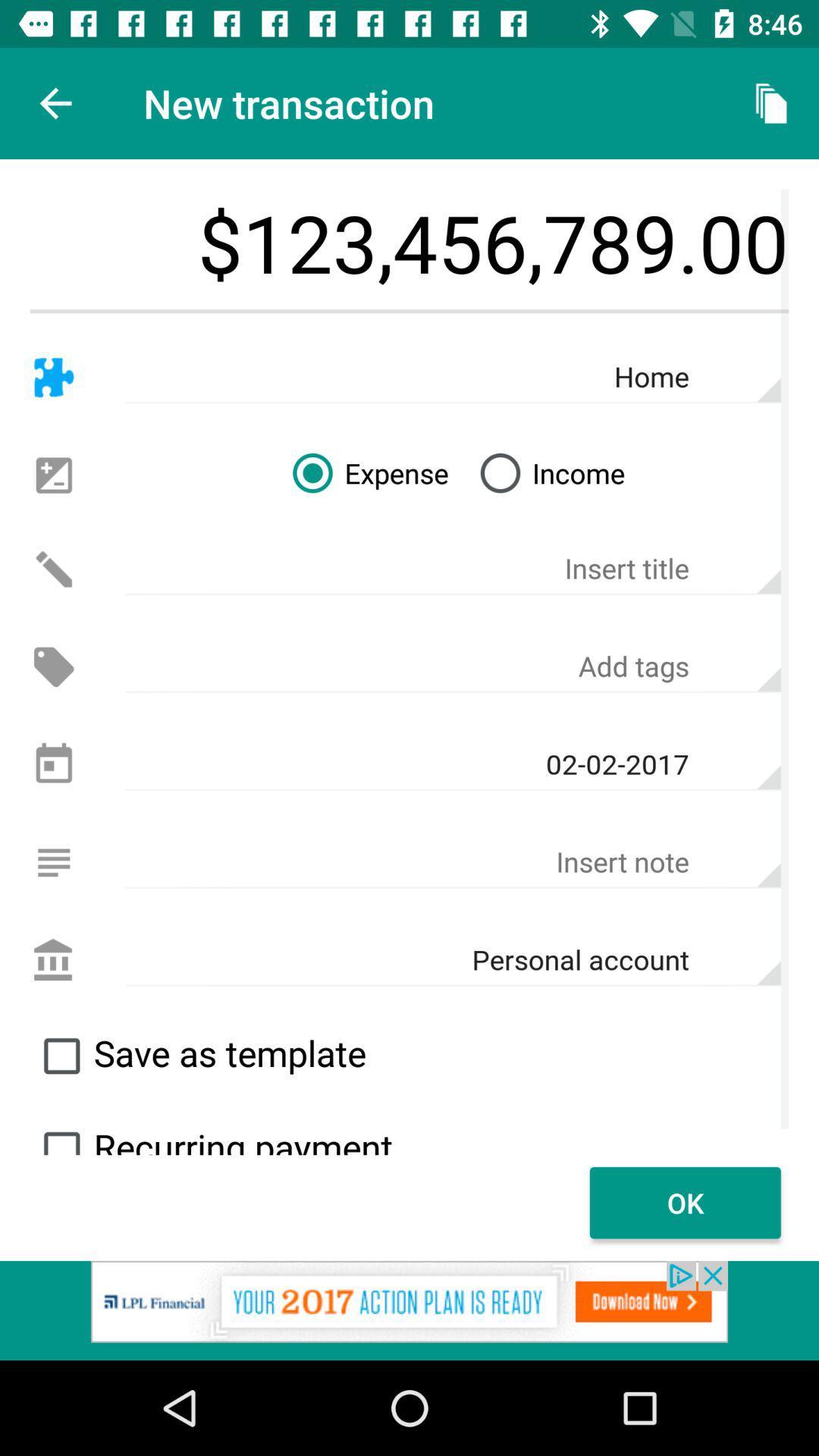 The image size is (819, 1456). Describe the element at coordinates (61, 1136) in the screenshot. I see `check` at that location.